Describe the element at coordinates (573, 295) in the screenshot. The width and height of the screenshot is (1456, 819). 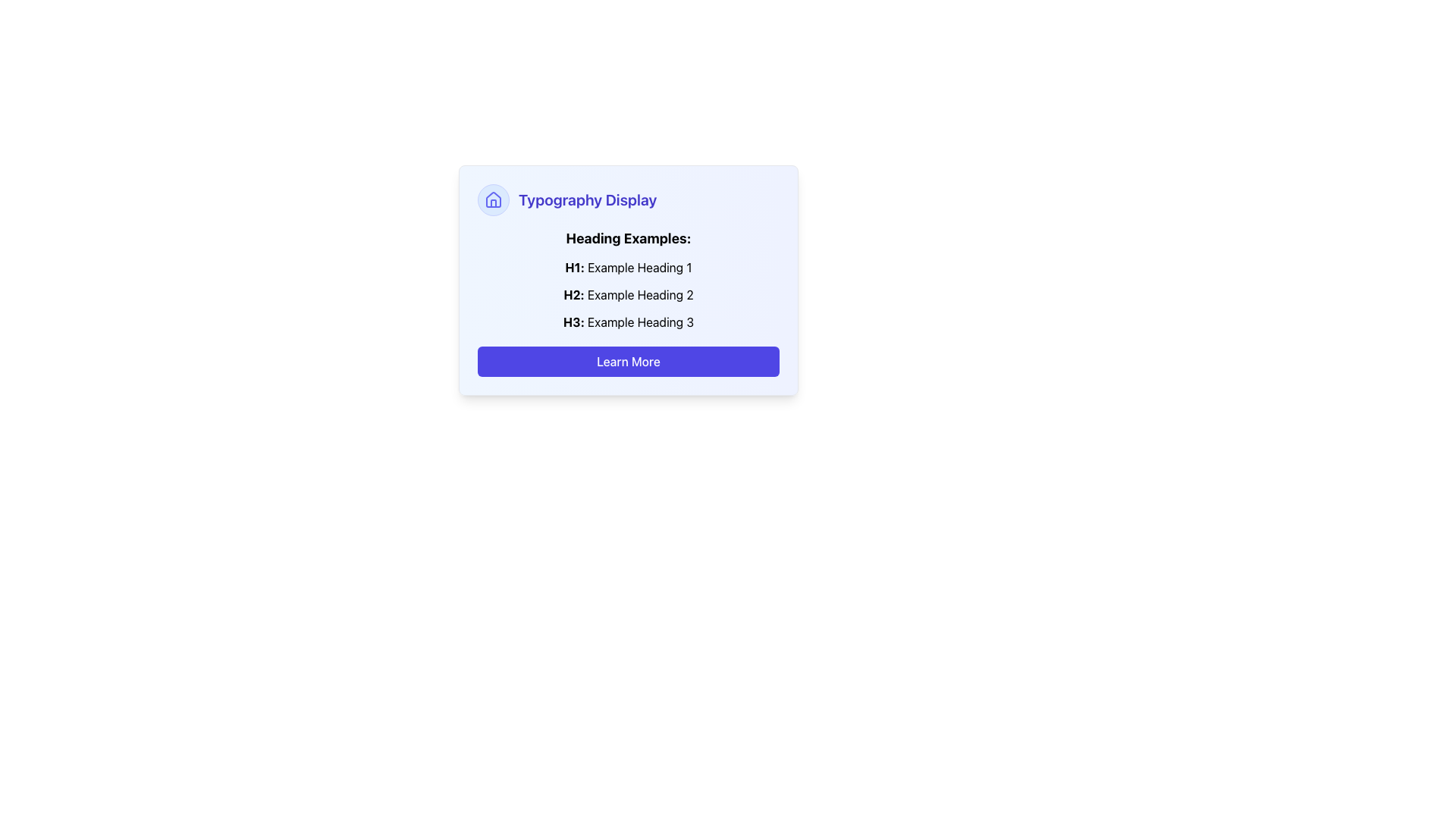
I see `the static bold text element that serves as a decorative and semantic label for the second heading example in the typography demonstration` at that location.